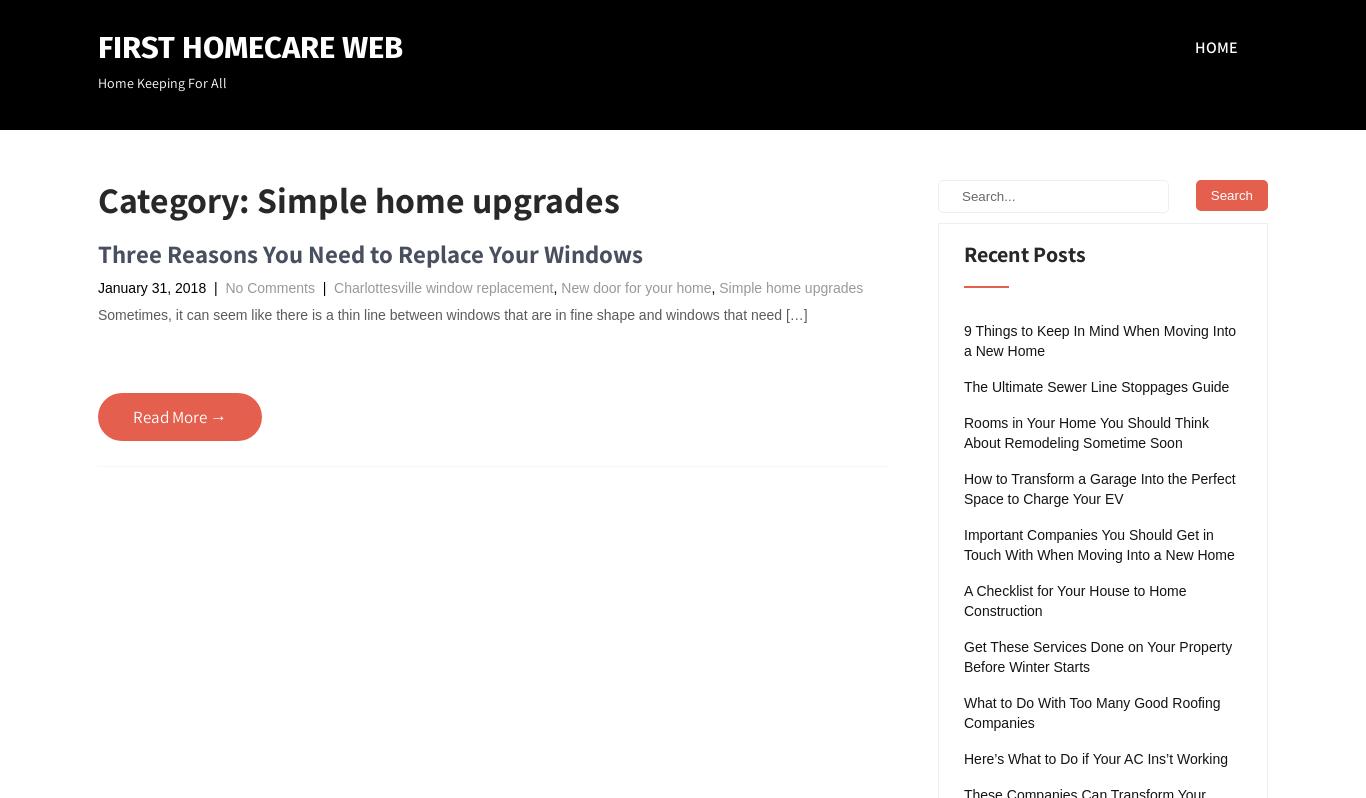  Describe the element at coordinates (451, 314) in the screenshot. I see `'Sometimes, it can seem like there is a thin line between windows that are in fine shape and windows that need […]'` at that location.